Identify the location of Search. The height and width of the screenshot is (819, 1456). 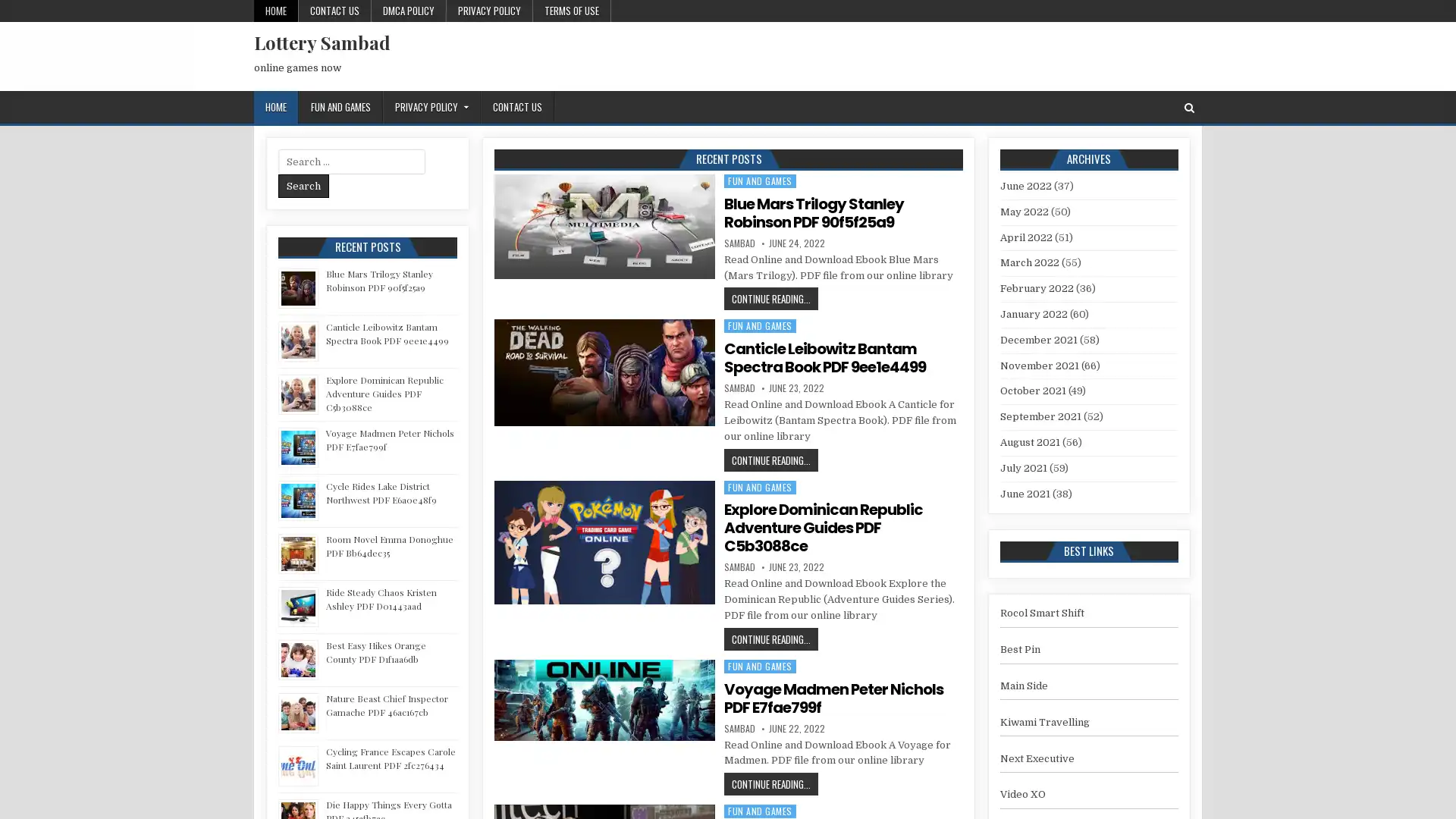
(303, 185).